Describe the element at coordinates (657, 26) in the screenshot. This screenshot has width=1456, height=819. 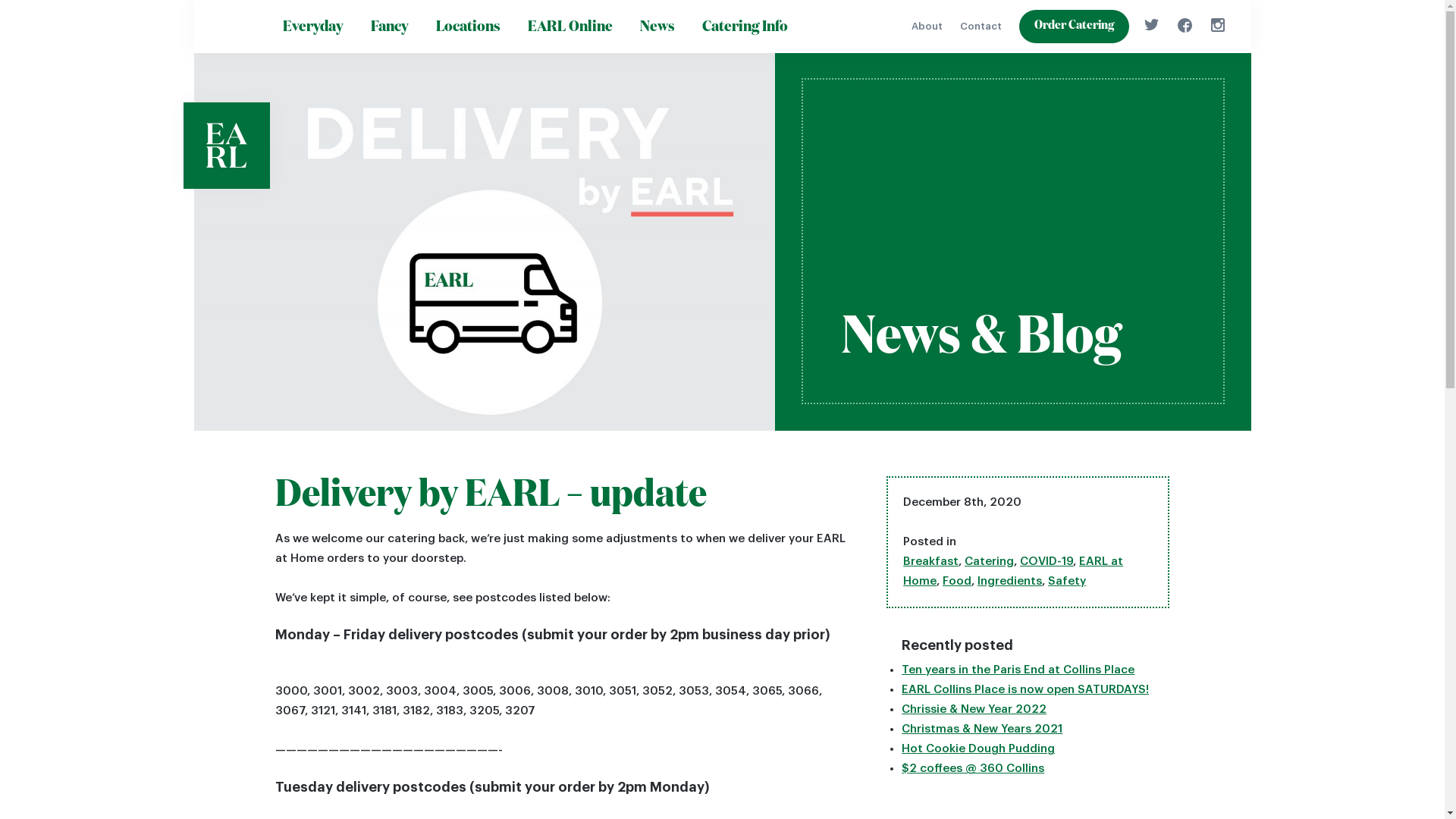
I see `'News'` at that location.